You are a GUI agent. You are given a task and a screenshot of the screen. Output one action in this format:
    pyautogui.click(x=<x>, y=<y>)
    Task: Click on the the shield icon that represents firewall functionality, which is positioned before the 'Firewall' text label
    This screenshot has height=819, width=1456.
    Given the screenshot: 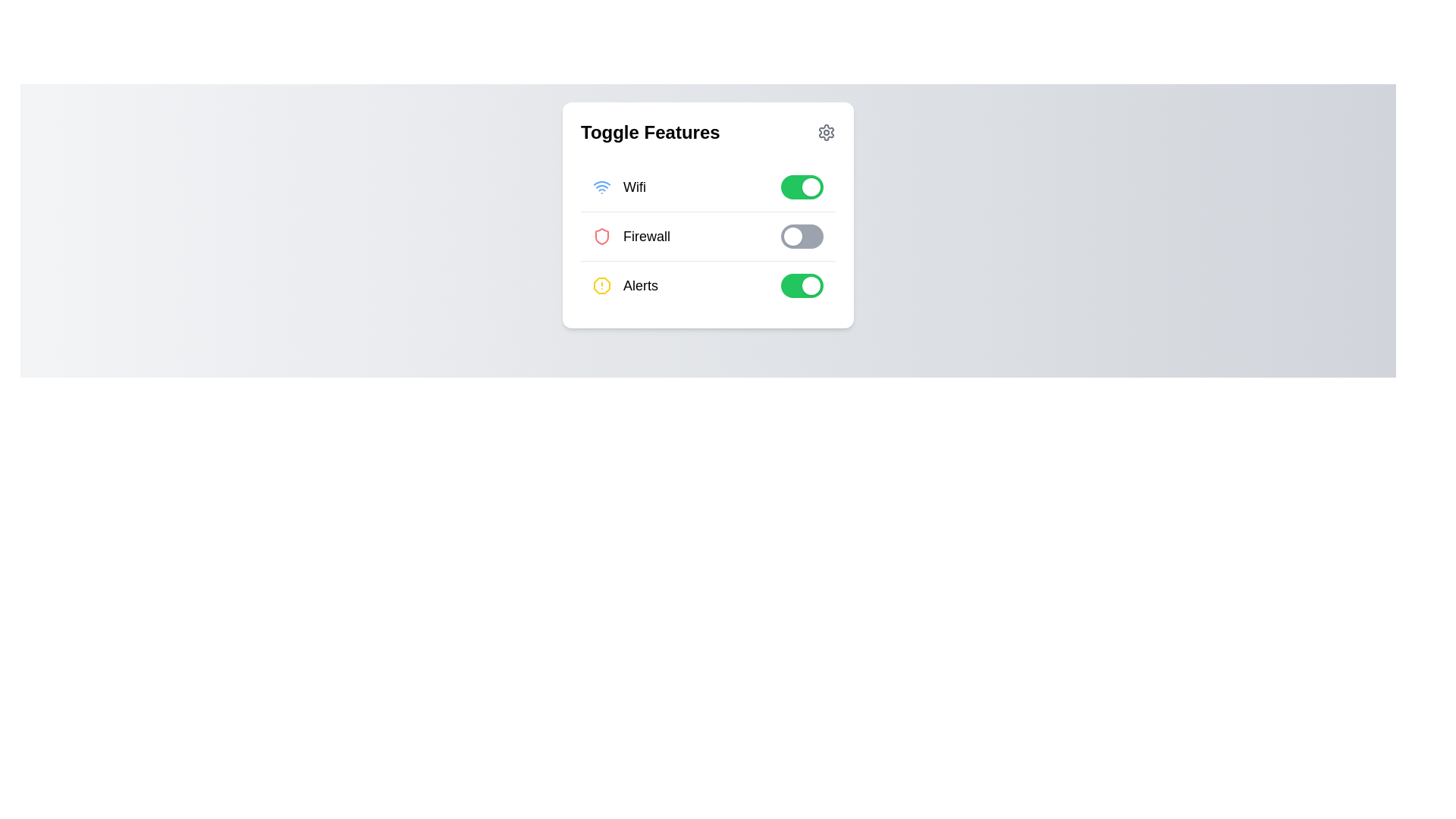 What is the action you would take?
    pyautogui.click(x=601, y=237)
    